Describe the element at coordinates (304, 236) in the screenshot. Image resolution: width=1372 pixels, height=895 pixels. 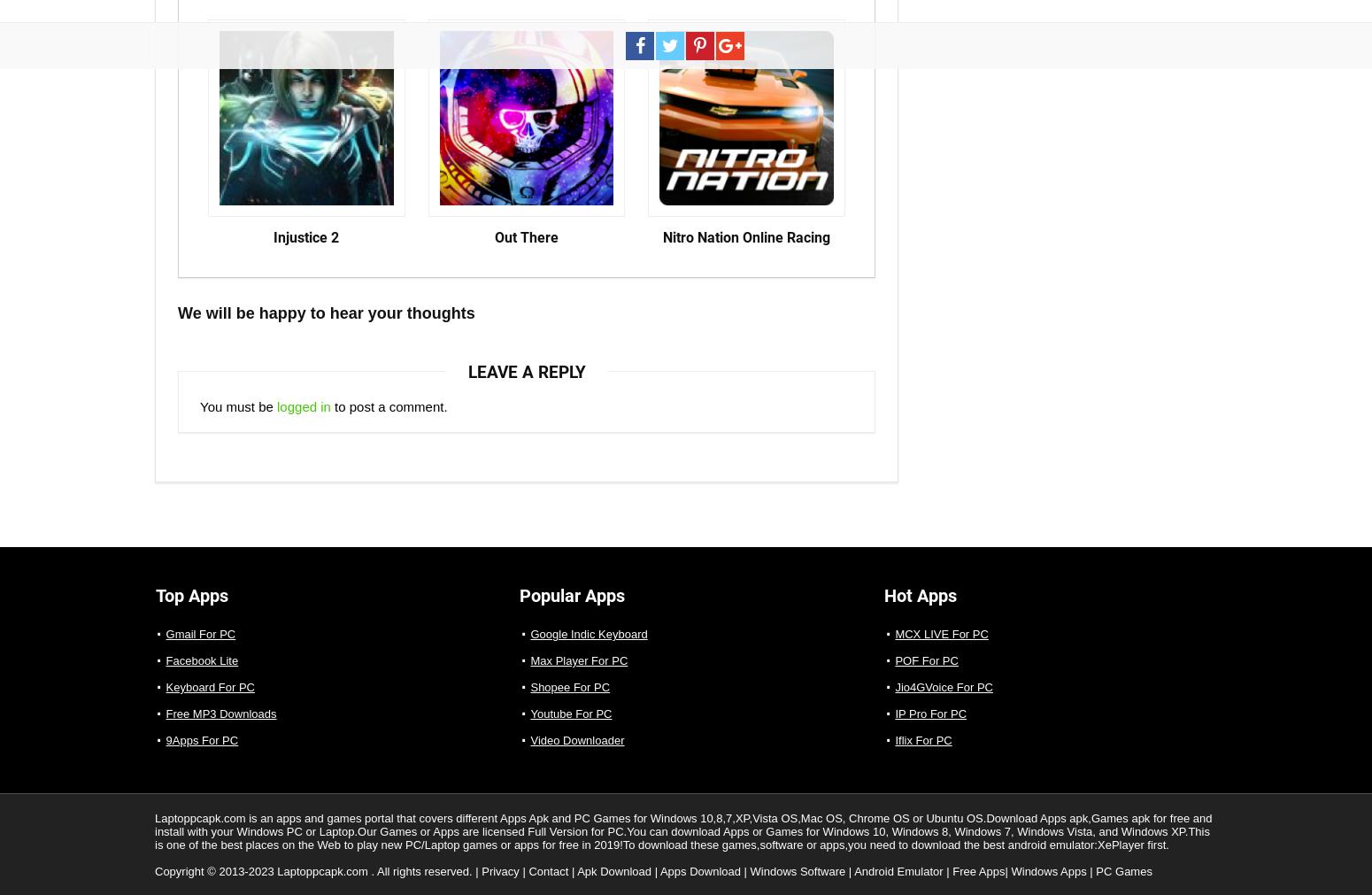
I see `'Injustice 2'` at that location.